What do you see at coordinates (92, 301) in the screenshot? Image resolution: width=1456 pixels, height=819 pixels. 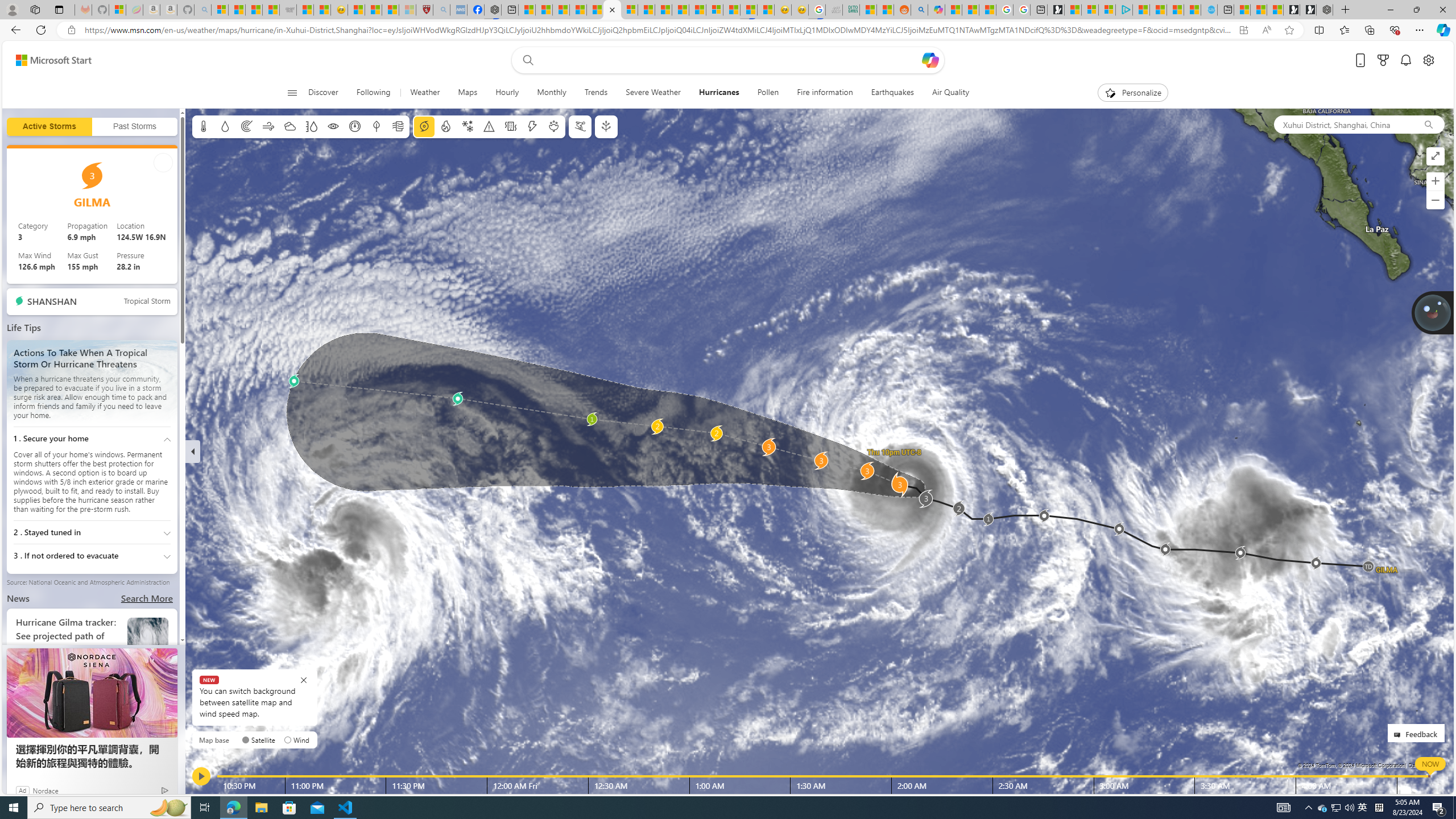 I see `'SHANSHAN Tropical Storm'` at bounding box center [92, 301].